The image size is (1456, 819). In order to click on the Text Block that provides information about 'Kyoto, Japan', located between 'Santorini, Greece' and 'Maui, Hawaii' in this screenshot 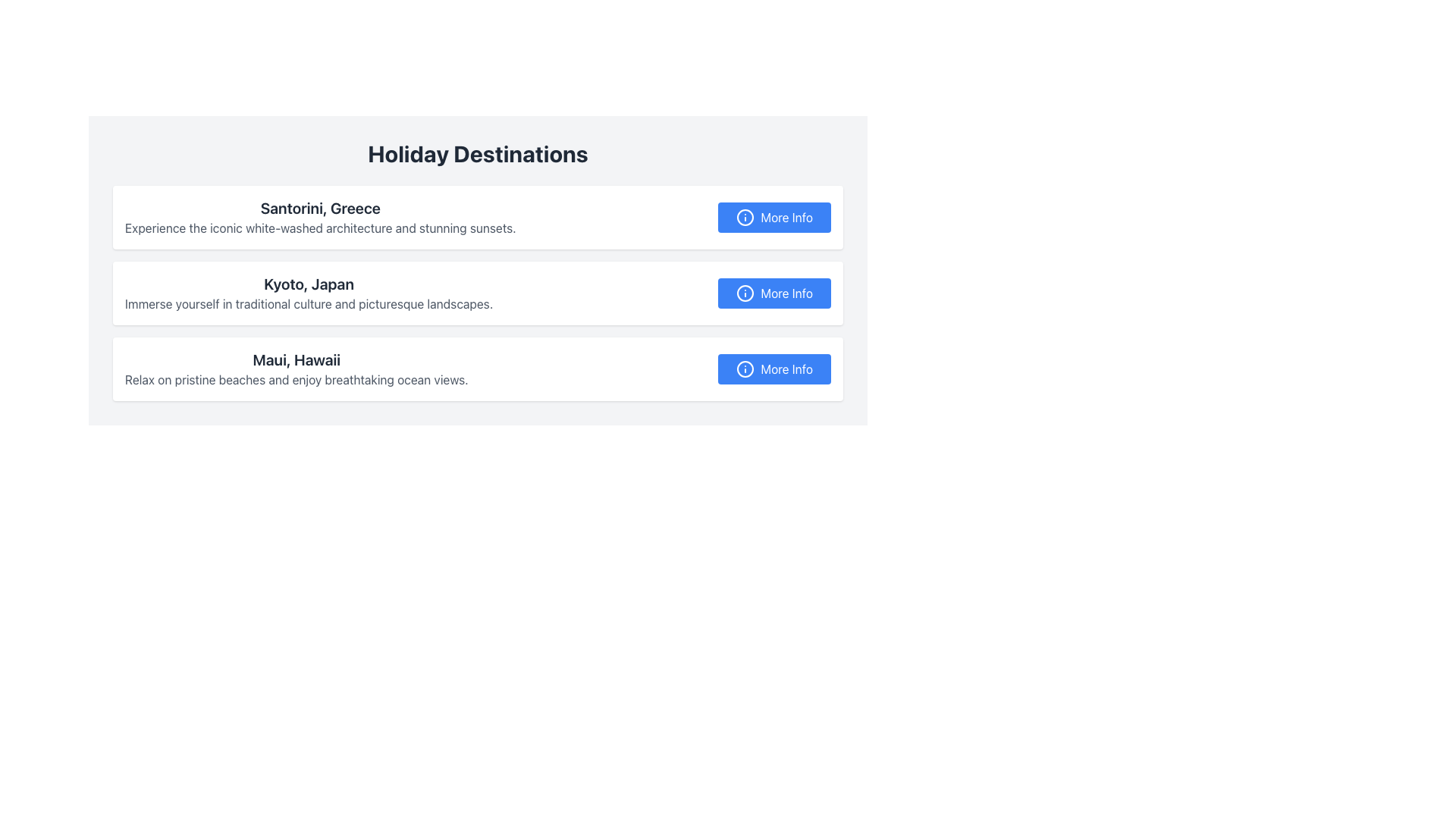, I will do `click(308, 293)`.